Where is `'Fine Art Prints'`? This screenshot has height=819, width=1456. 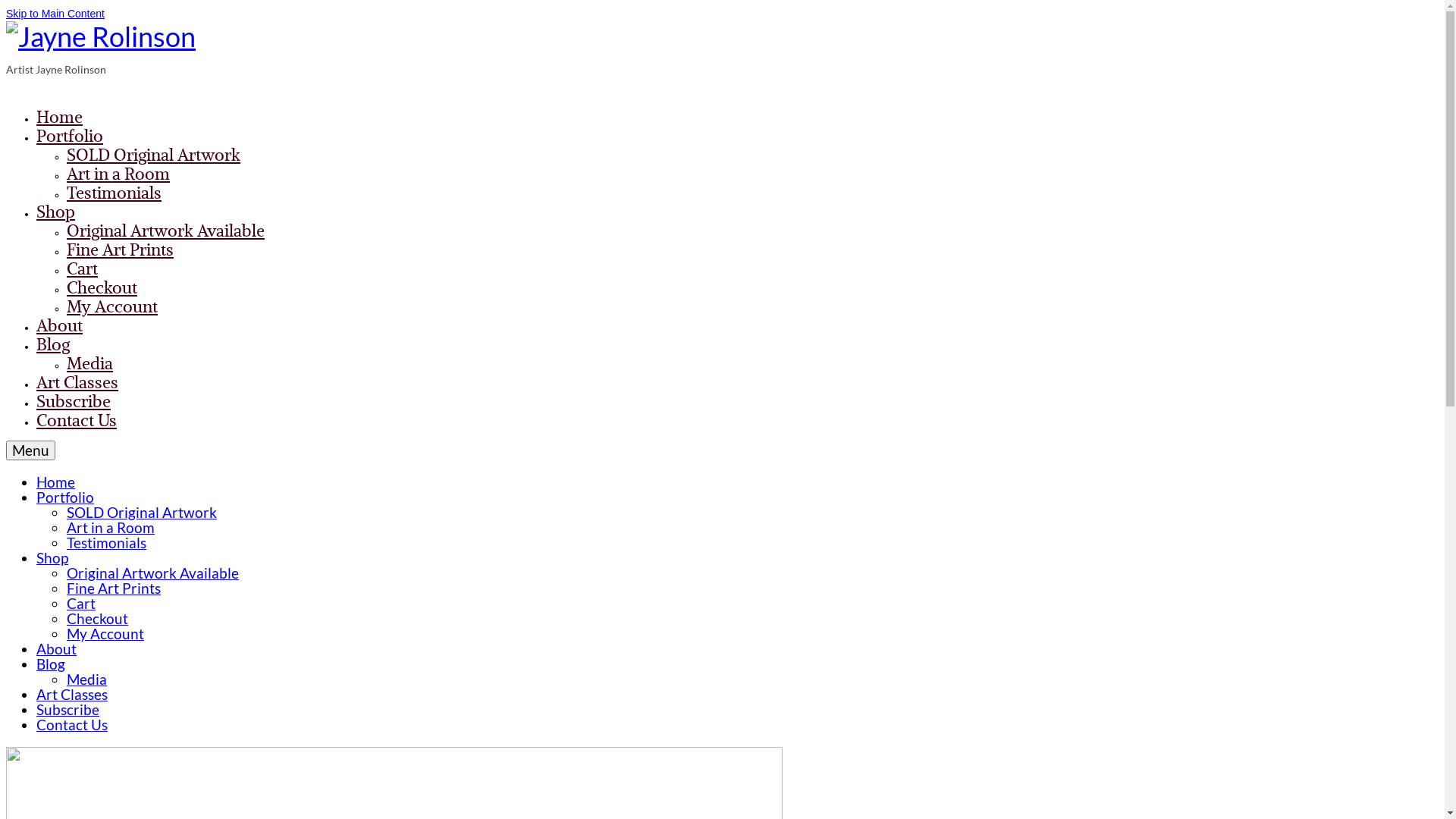
'Fine Art Prints' is located at coordinates (65, 248).